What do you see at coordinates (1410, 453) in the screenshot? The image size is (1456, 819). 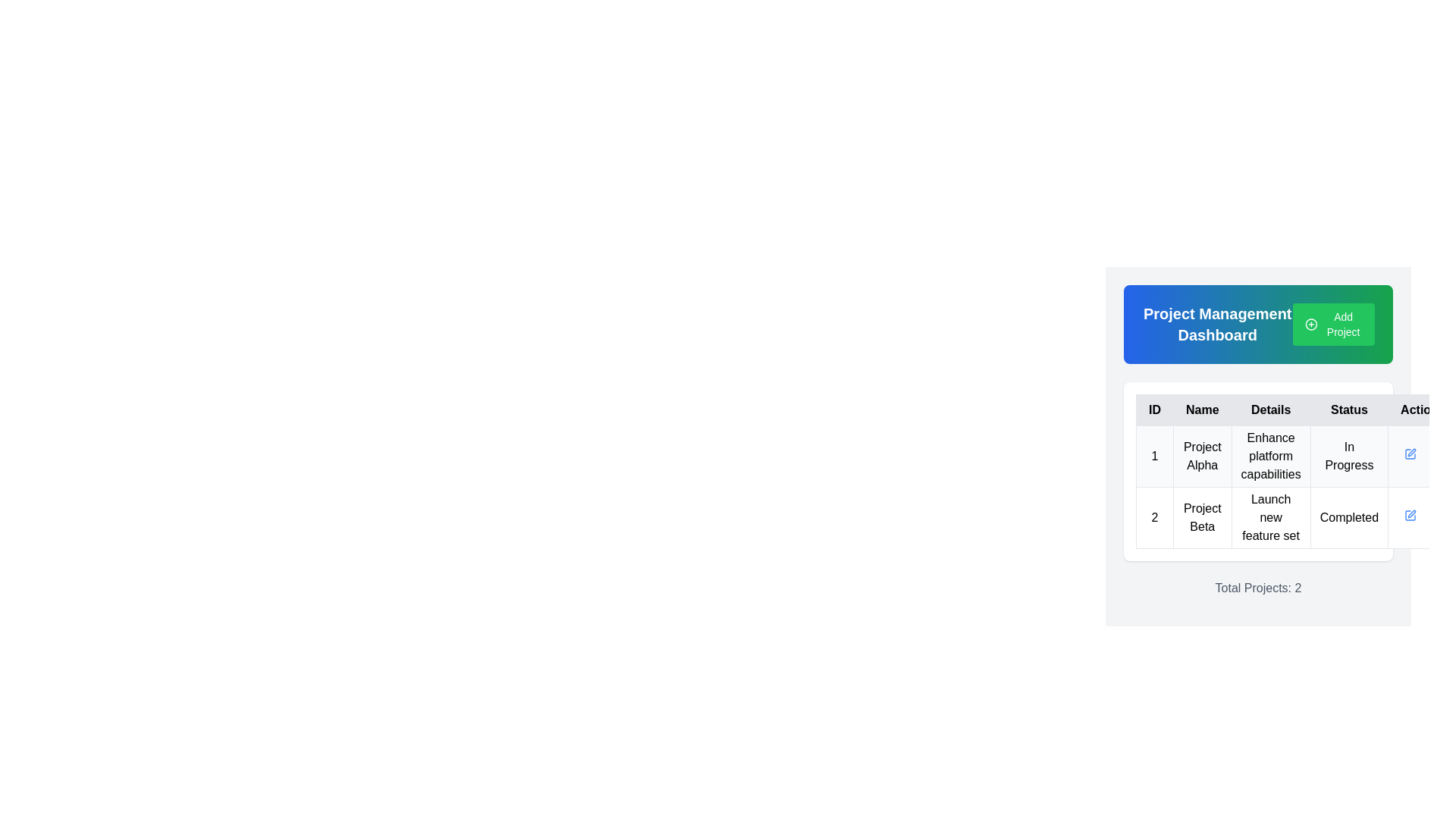 I see `the Edit button icon located in the Action column of the second row of the project information table to change its color` at bounding box center [1410, 453].